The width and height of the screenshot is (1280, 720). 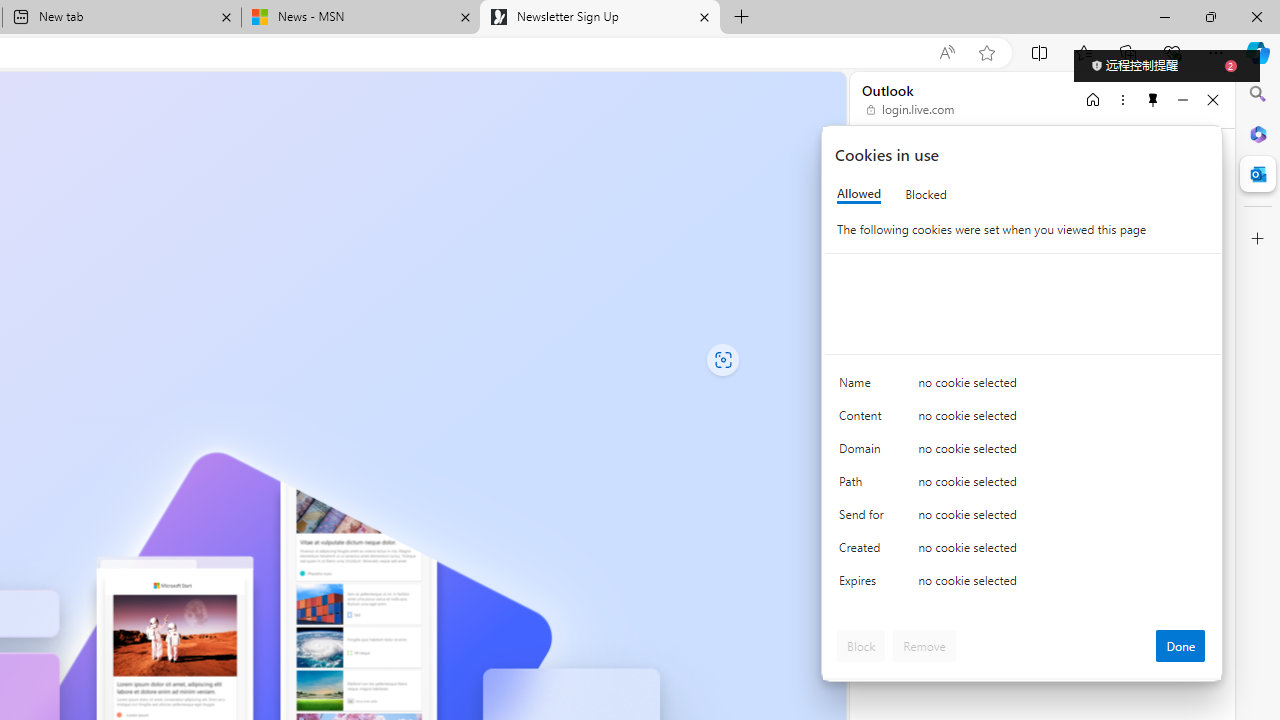 I want to click on 'Newsletter Sign Up', so click(x=599, y=17).